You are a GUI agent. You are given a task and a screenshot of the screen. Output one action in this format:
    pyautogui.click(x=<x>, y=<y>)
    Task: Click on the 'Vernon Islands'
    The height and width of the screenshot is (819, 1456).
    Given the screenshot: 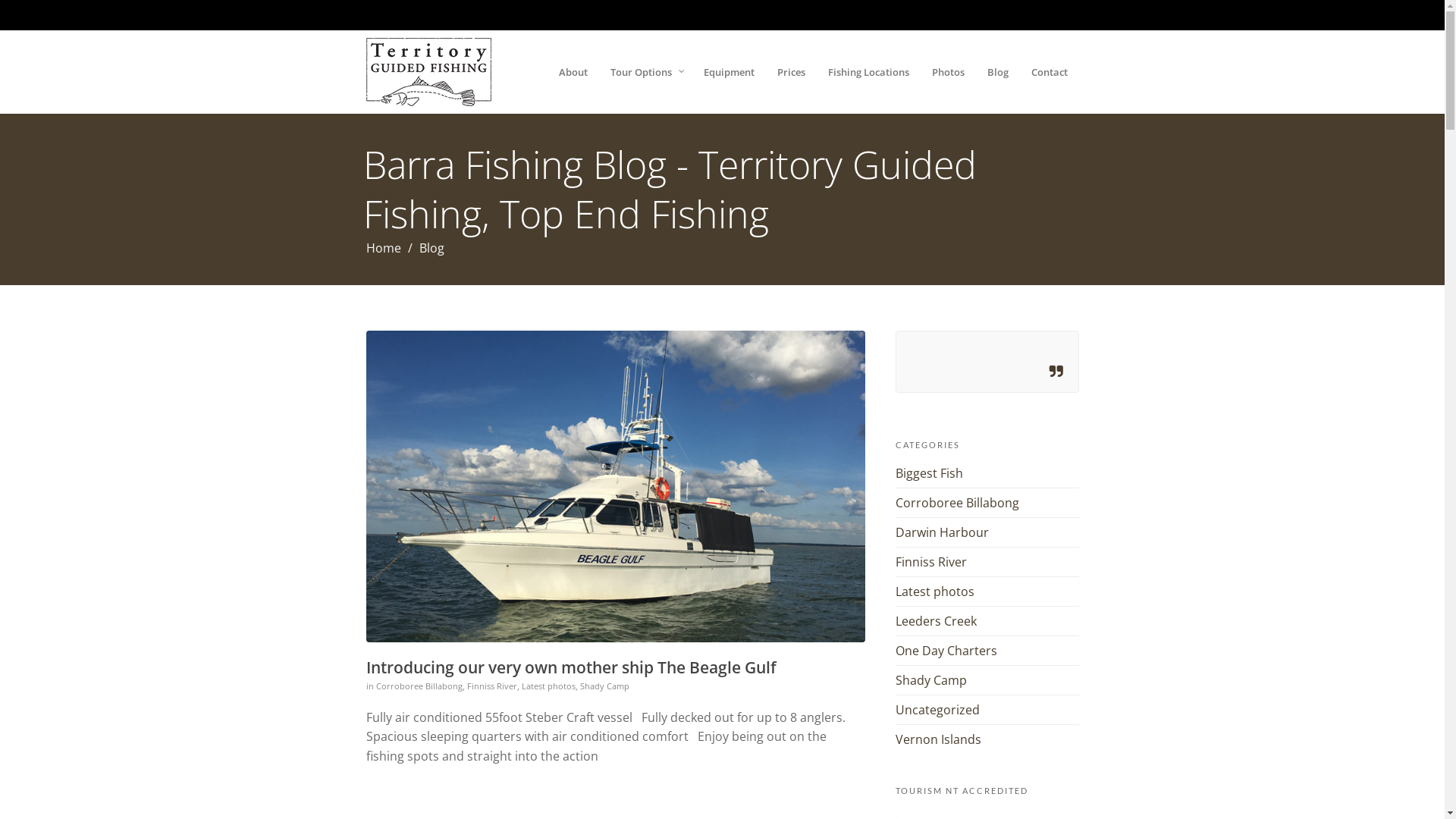 What is the action you would take?
    pyautogui.click(x=937, y=739)
    